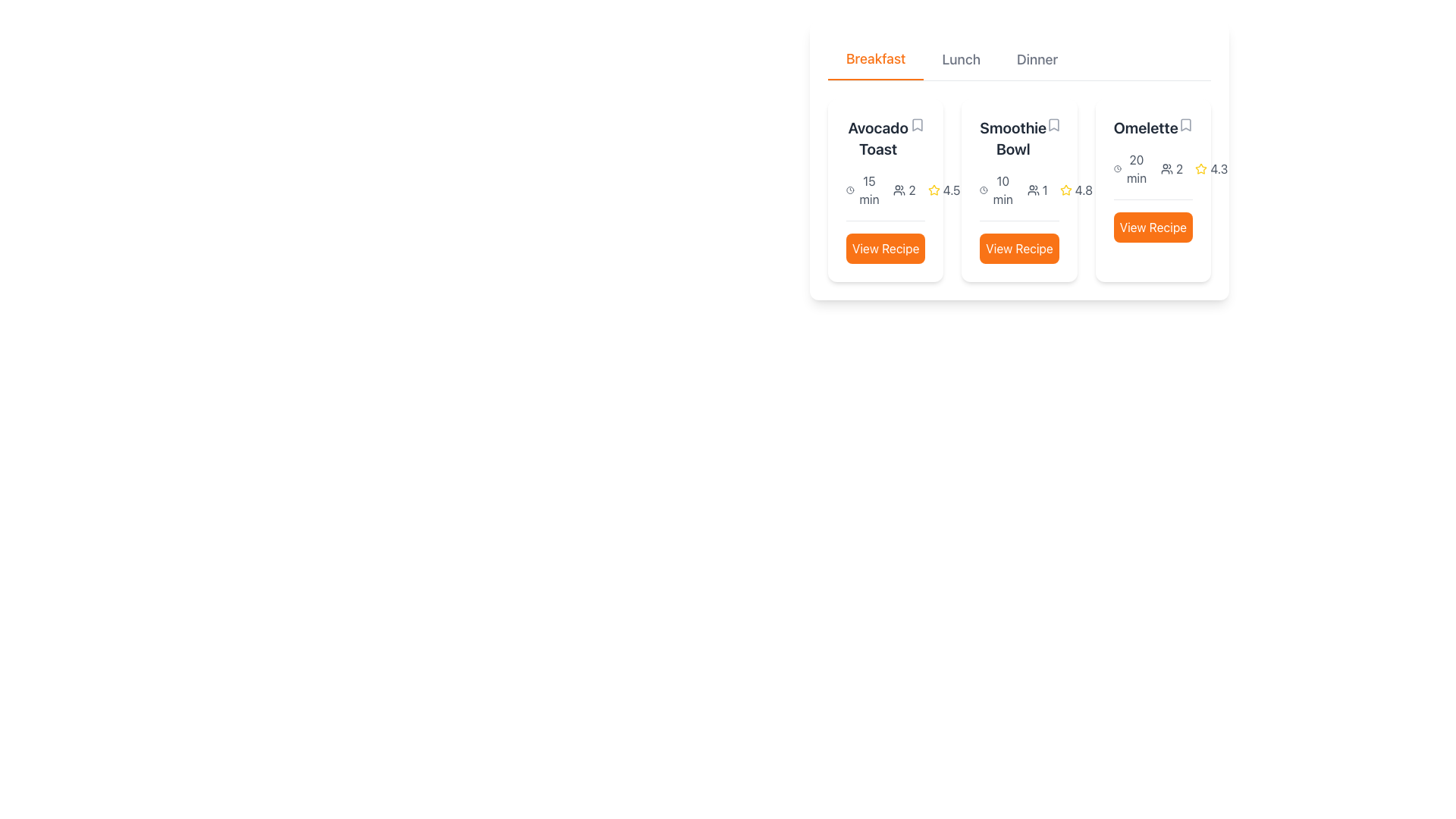  Describe the element at coordinates (997, 189) in the screenshot. I see `the estimated preparation time text element for the recipe 'Smoothie Bowl', which is displayed in the middle column of the recipe details layout, positioned below the title and above the 'View Recipe' button` at that location.